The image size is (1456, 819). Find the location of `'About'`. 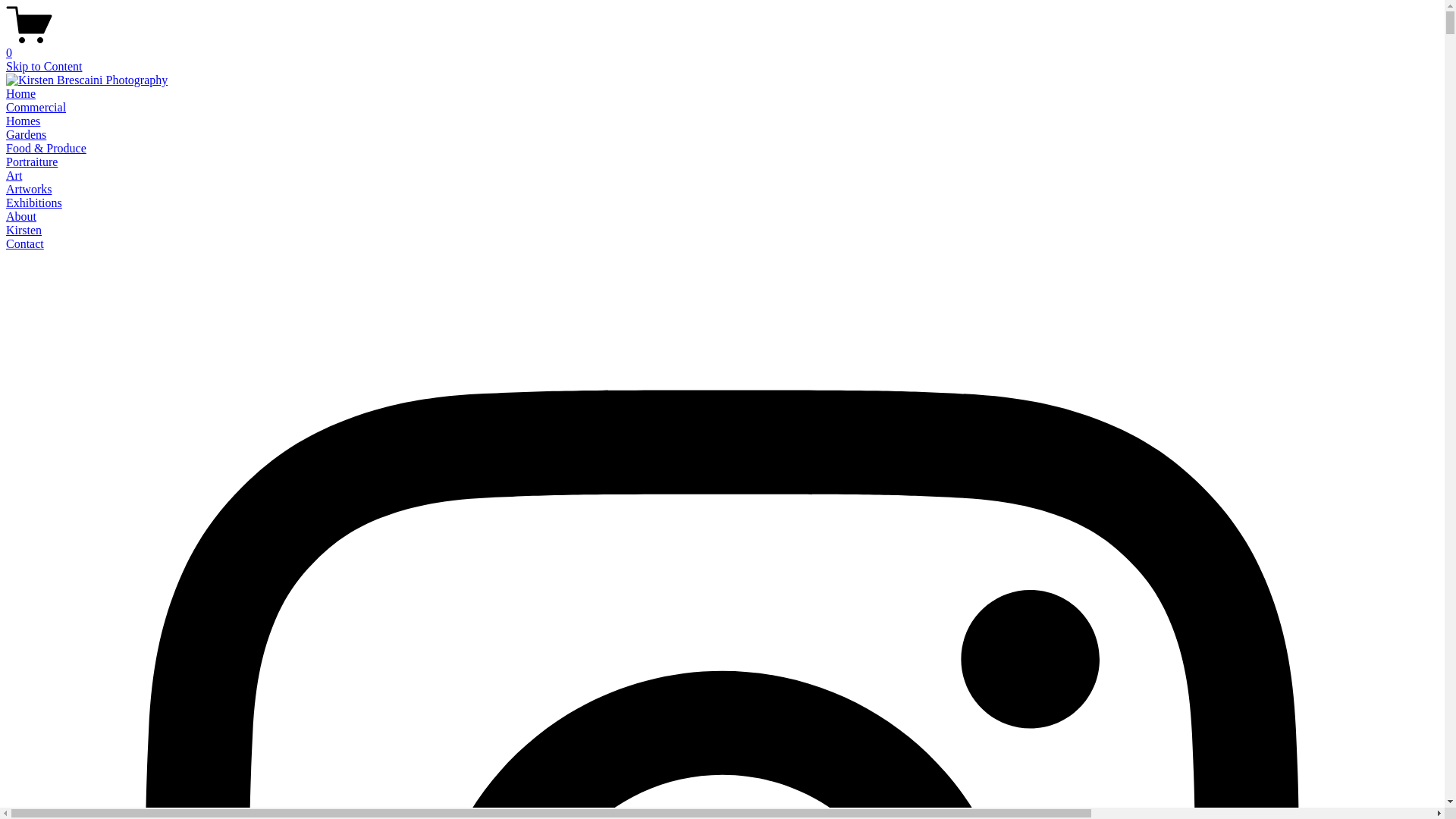

'About' is located at coordinates (21, 216).